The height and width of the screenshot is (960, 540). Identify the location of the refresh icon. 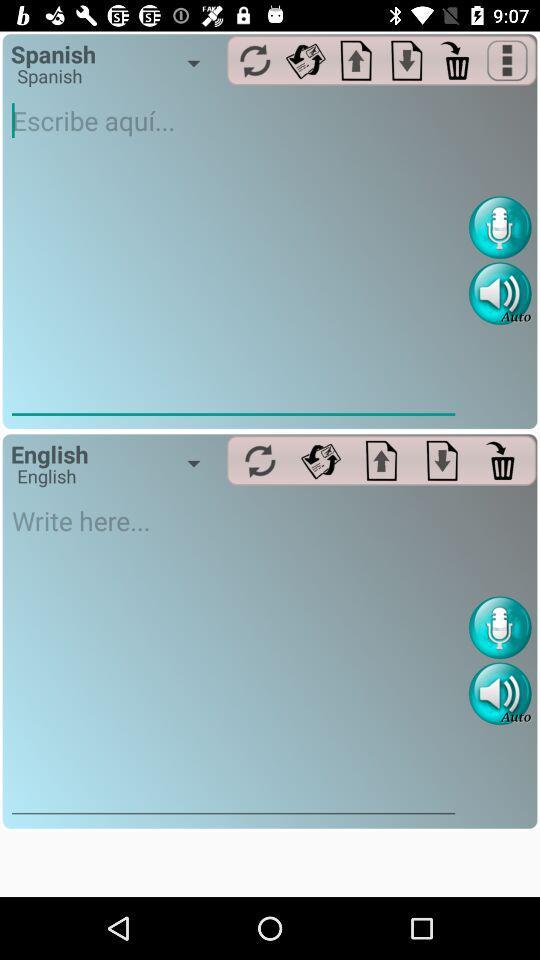
(305, 59).